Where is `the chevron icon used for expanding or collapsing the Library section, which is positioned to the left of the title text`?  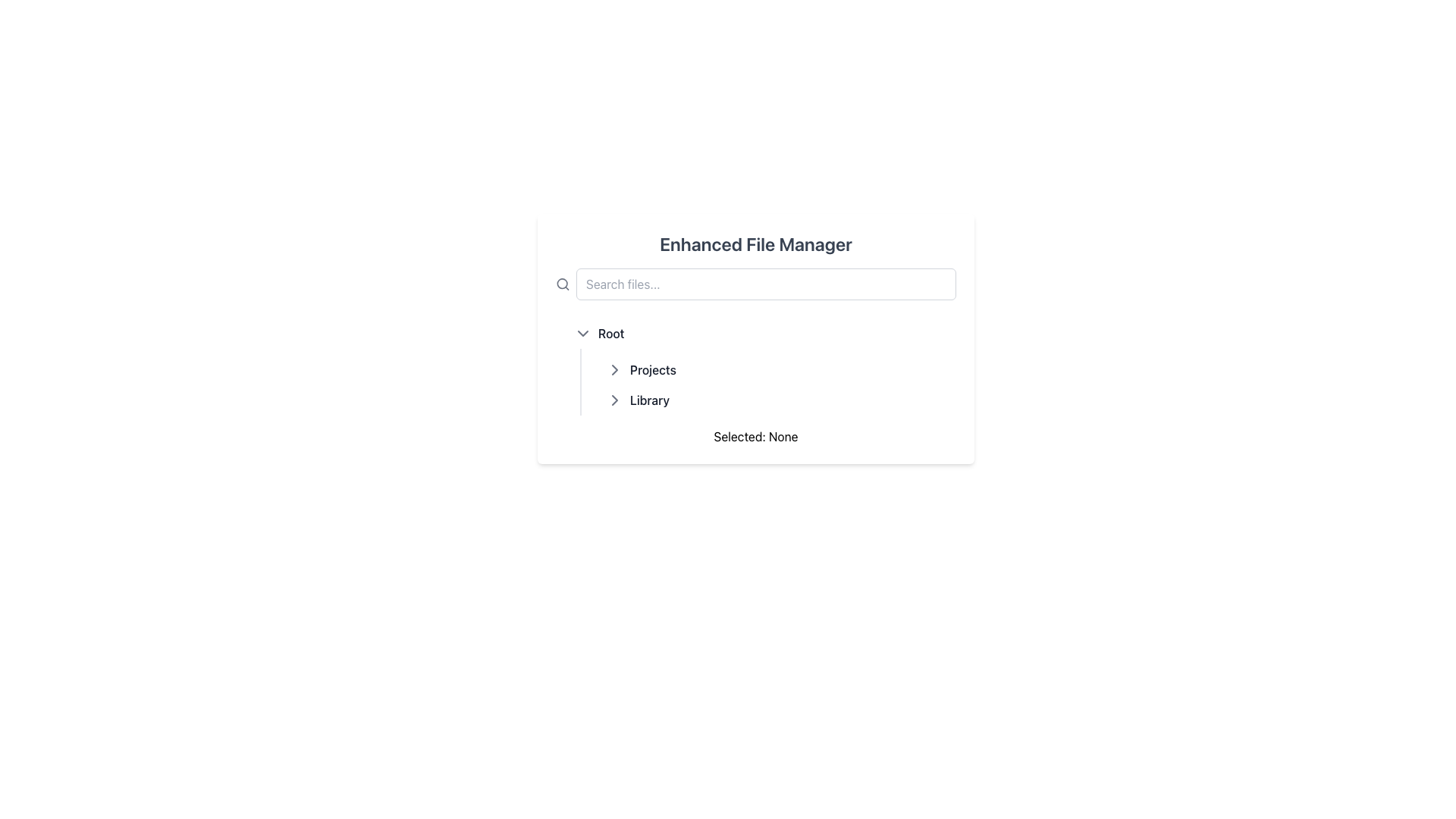
the chevron icon used for expanding or collapsing the Library section, which is positioned to the left of the title text is located at coordinates (615, 400).